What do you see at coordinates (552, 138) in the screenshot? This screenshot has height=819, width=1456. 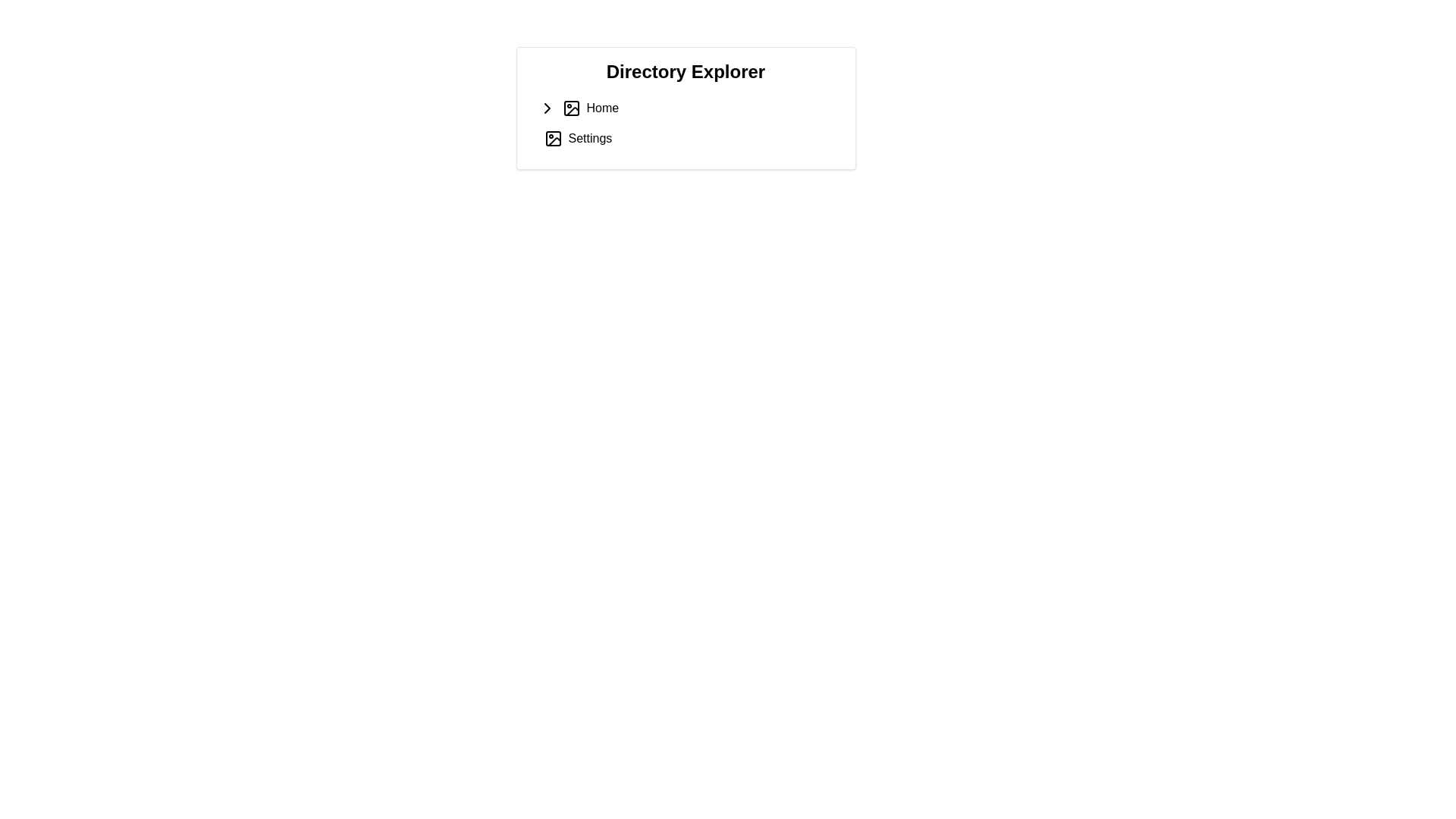 I see `the graphic icon resembling a square next to the 'Settings' label in the 'Directory Explorer' section` at bounding box center [552, 138].